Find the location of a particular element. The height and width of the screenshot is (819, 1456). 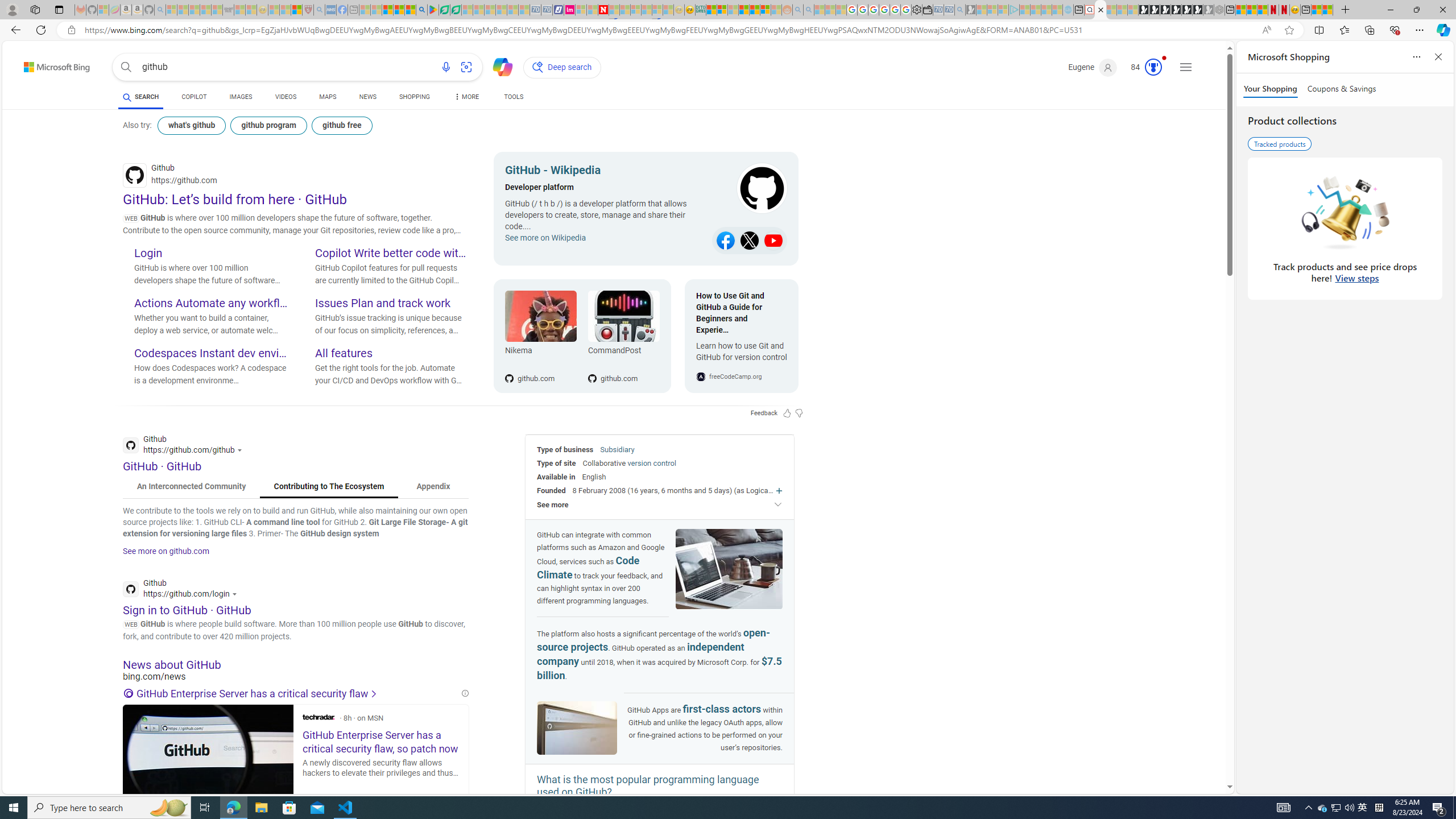

'AutomationID: serp_medal_svg' is located at coordinates (1152, 67).